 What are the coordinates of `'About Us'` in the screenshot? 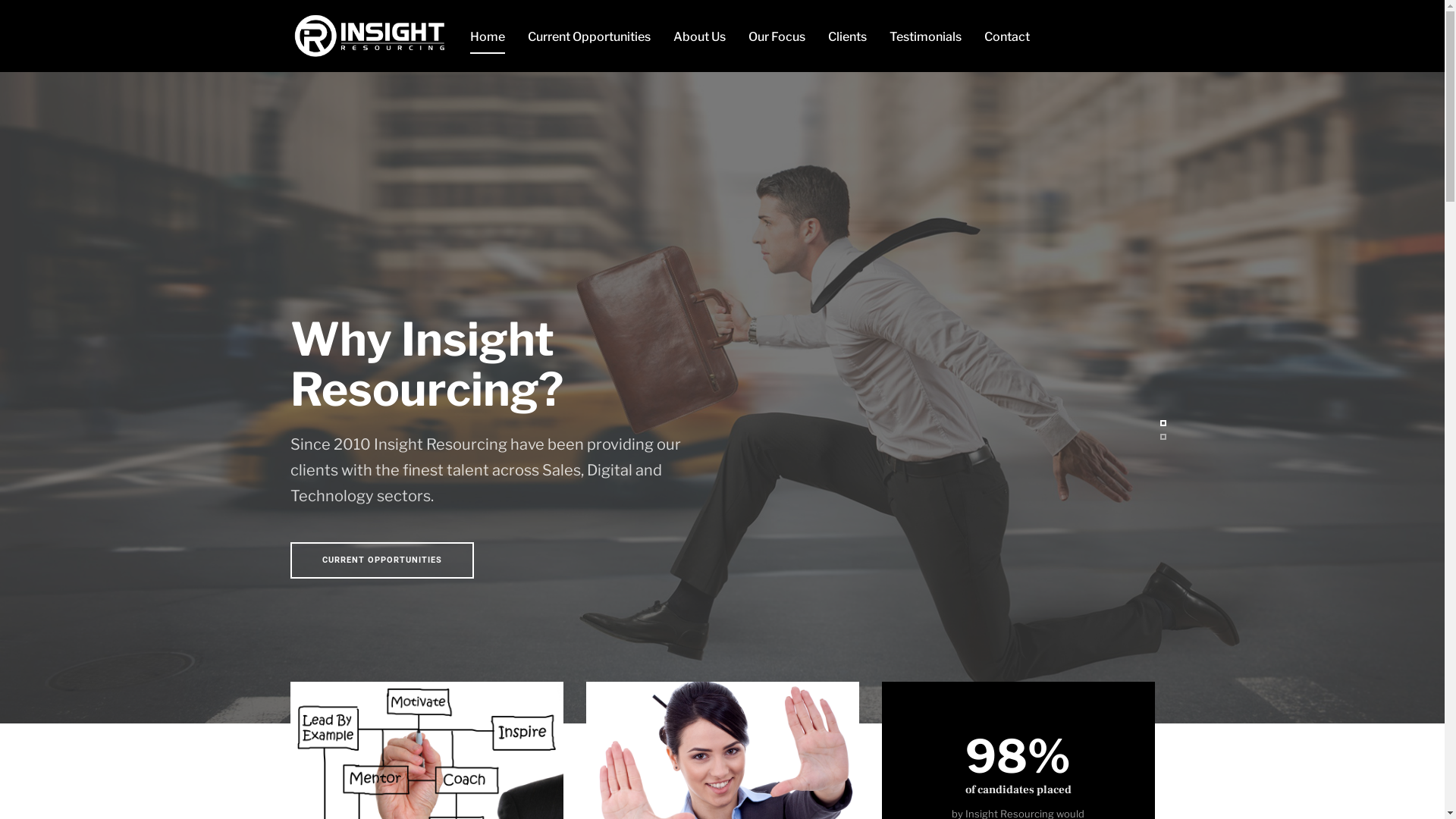 It's located at (698, 35).